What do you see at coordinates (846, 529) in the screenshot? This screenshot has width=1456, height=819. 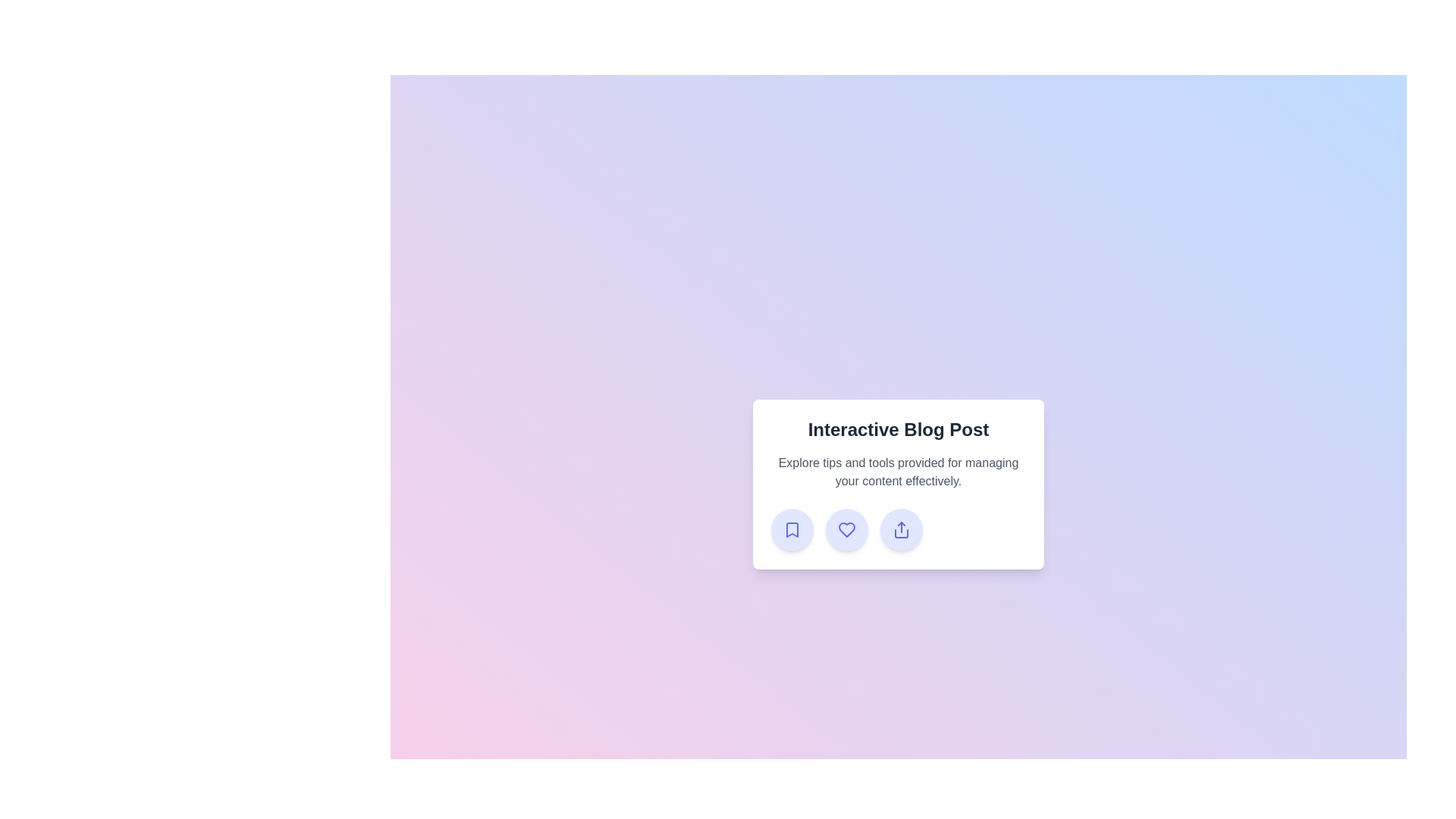 I see `the second circular button with a heart icon located beneath the 'Interactive Blog Post' title` at bounding box center [846, 529].